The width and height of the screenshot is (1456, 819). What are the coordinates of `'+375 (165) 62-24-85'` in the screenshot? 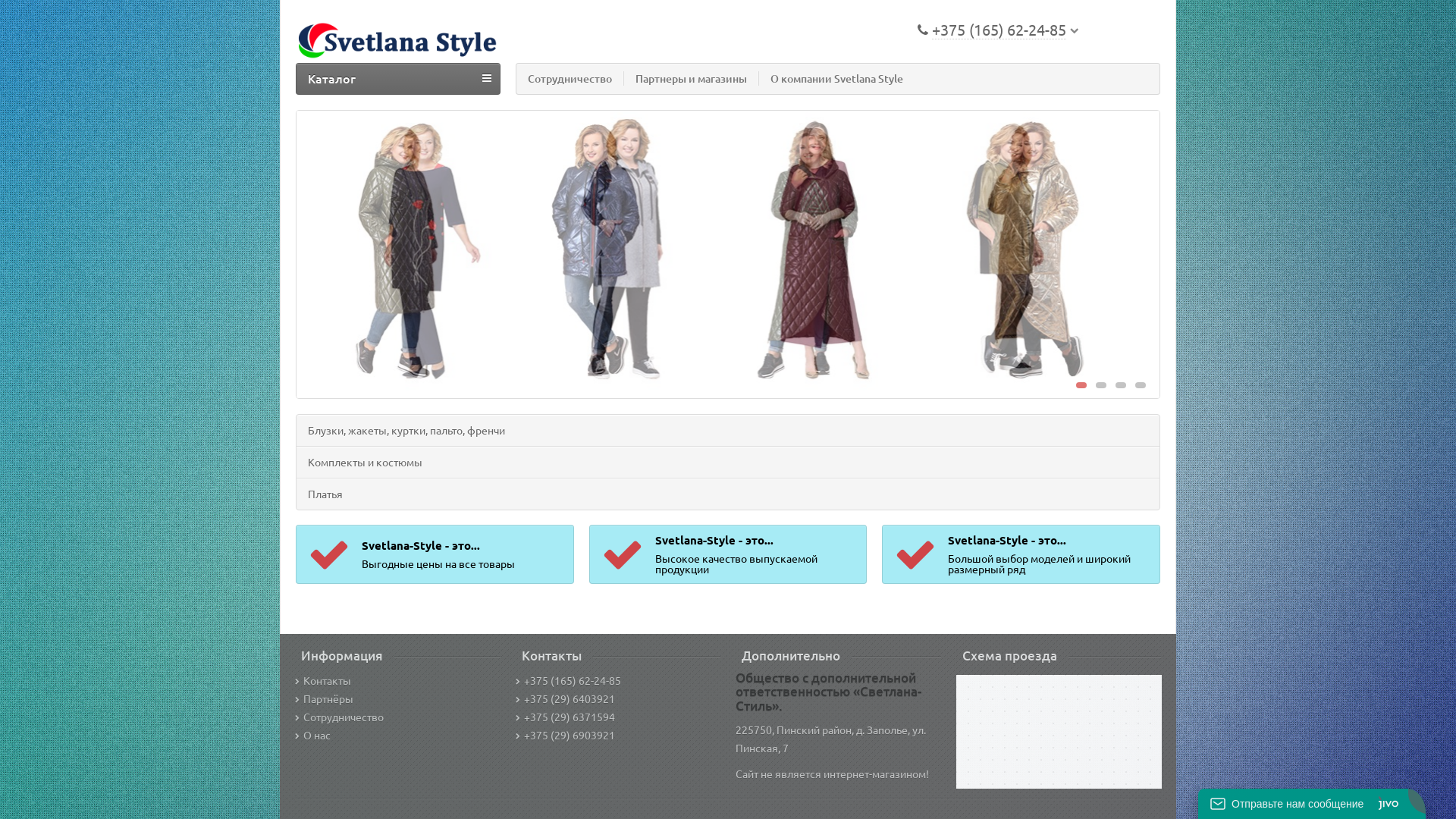 It's located at (567, 679).